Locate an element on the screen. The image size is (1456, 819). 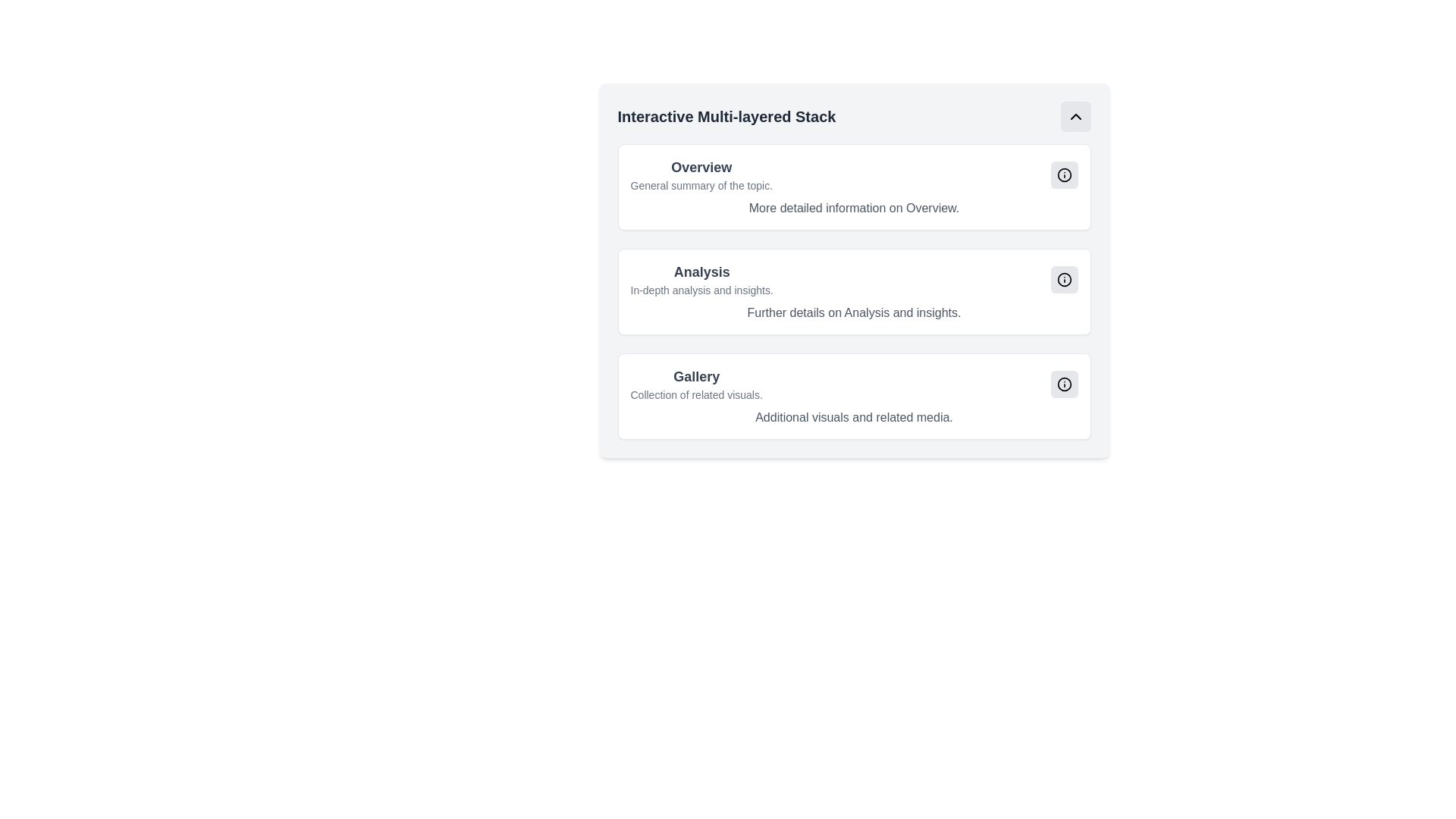
the text label that reads 'General summary of the topic.', which is styled in a smaller gray font and positioned below the 'Overview' title is located at coordinates (701, 185).